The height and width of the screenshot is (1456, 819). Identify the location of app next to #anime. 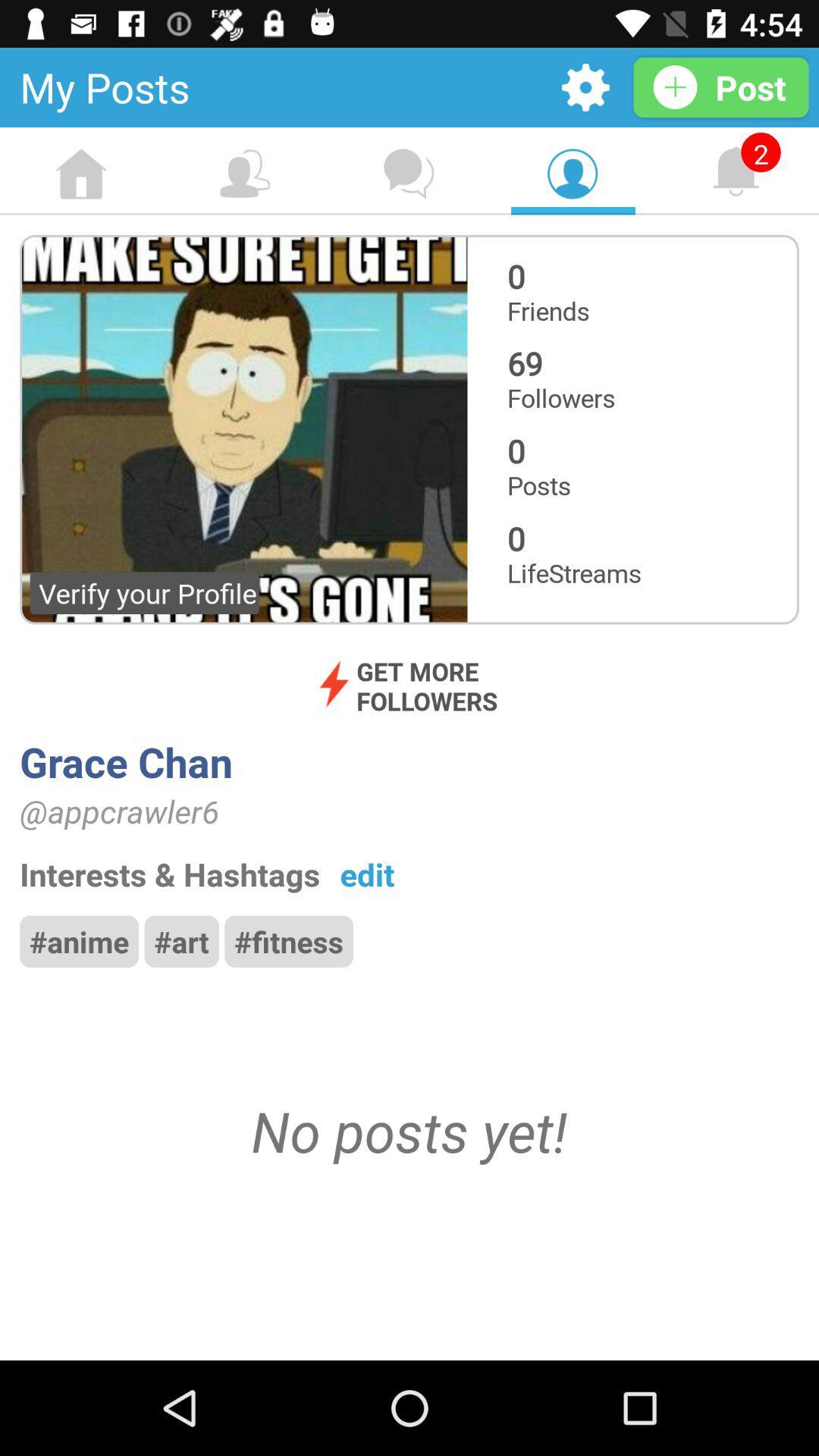
(180, 940).